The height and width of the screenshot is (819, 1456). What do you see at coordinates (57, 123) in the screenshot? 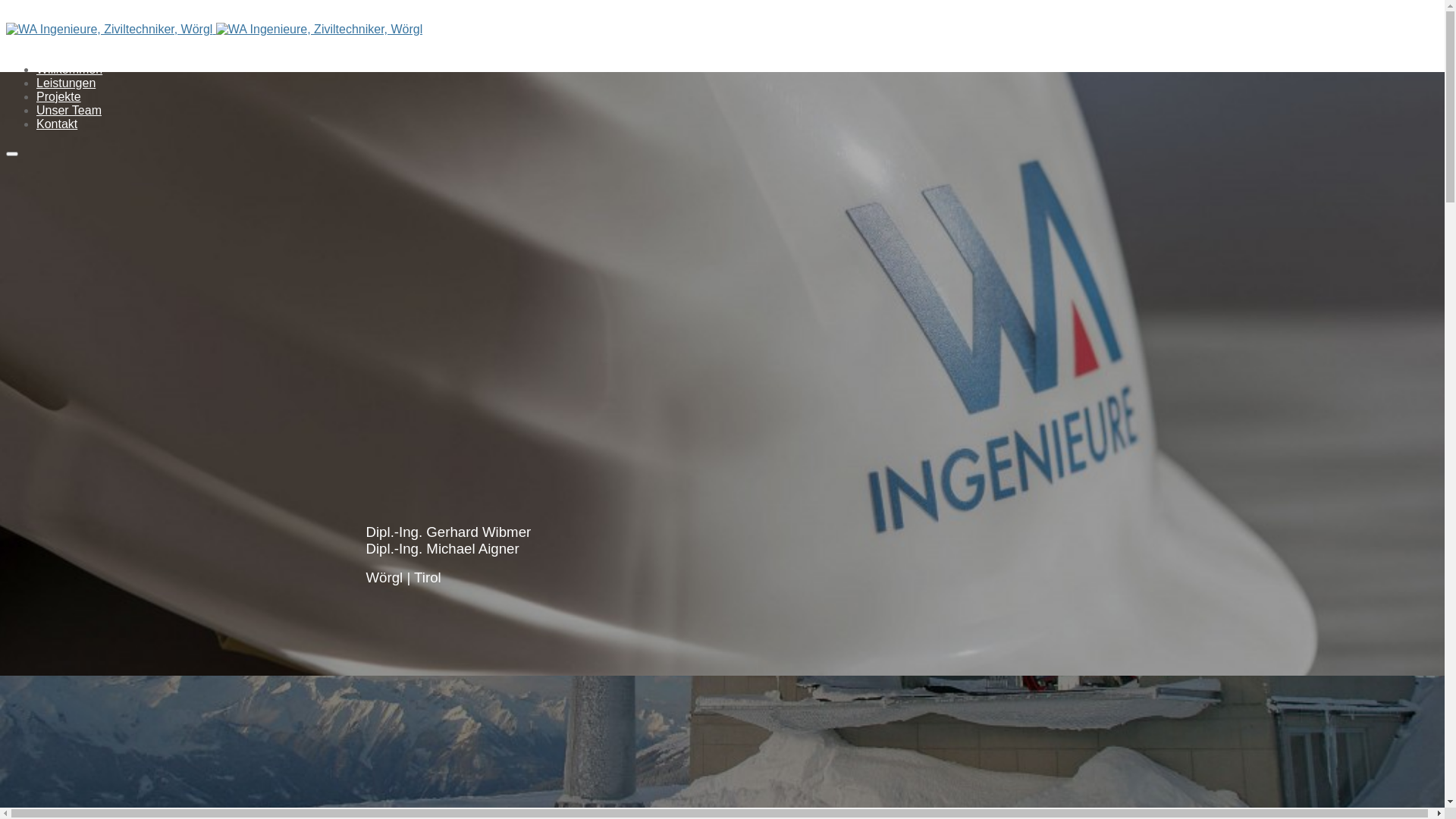
I see `'Kontakt'` at bounding box center [57, 123].